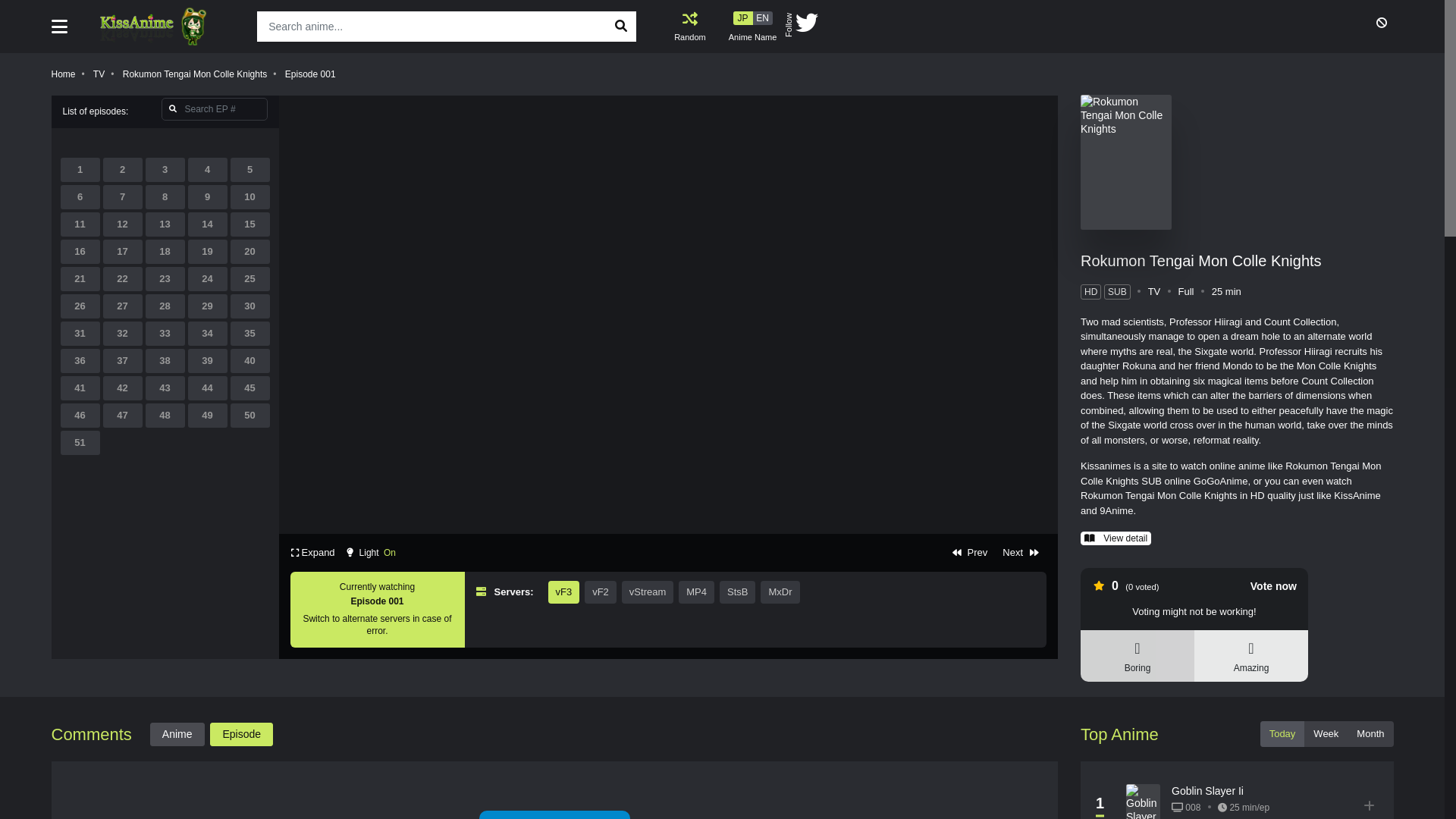 The height and width of the screenshot is (819, 1456). What do you see at coordinates (250, 224) in the screenshot?
I see `'15'` at bounding box center [250, 224].